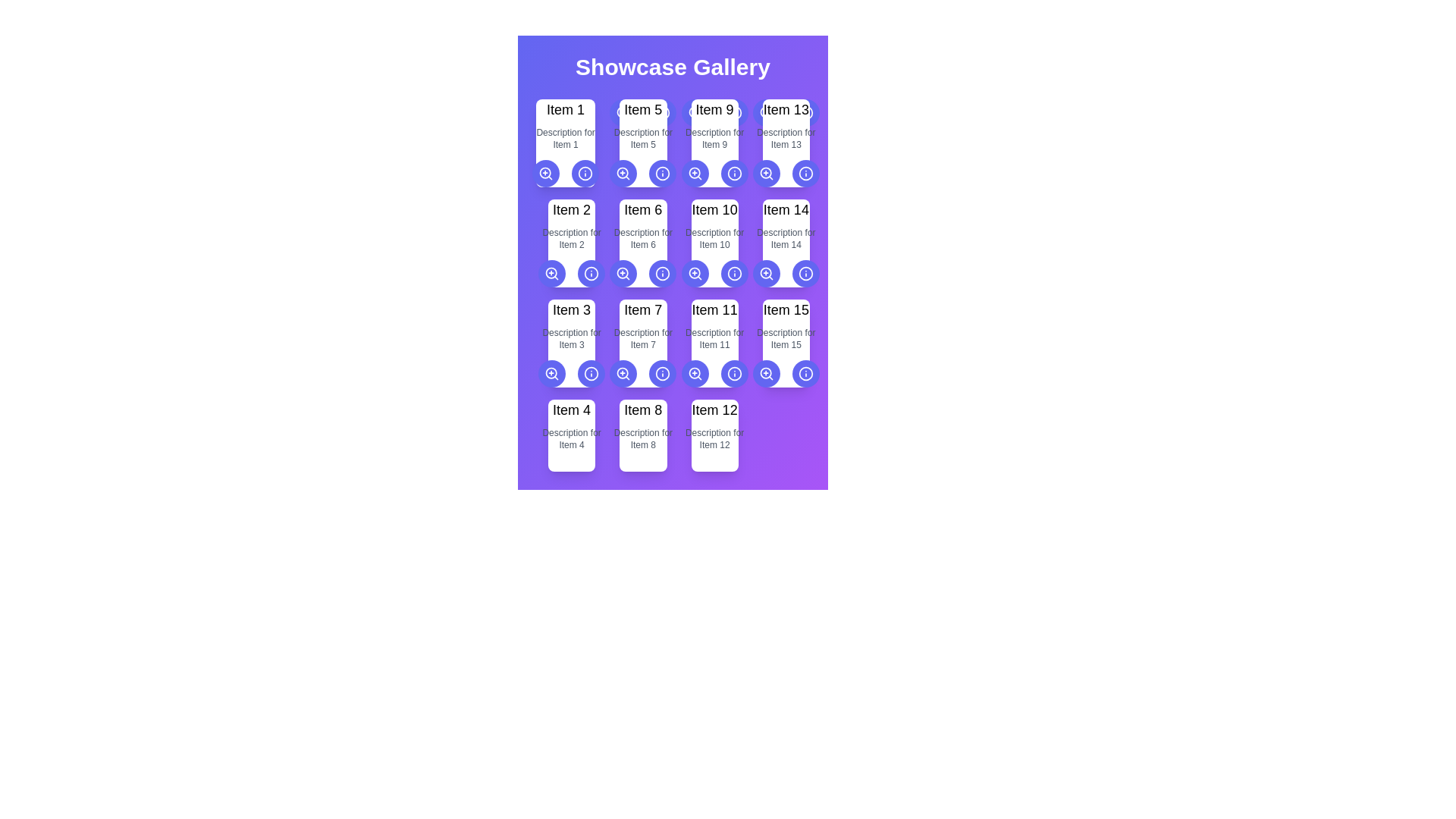  What do you see at coordinates (805, 112) in the screenshot?
I see `the informational icon inside the circular button located at the top-right corner of the 'Item 13' card` at bounding box center [805, 112].